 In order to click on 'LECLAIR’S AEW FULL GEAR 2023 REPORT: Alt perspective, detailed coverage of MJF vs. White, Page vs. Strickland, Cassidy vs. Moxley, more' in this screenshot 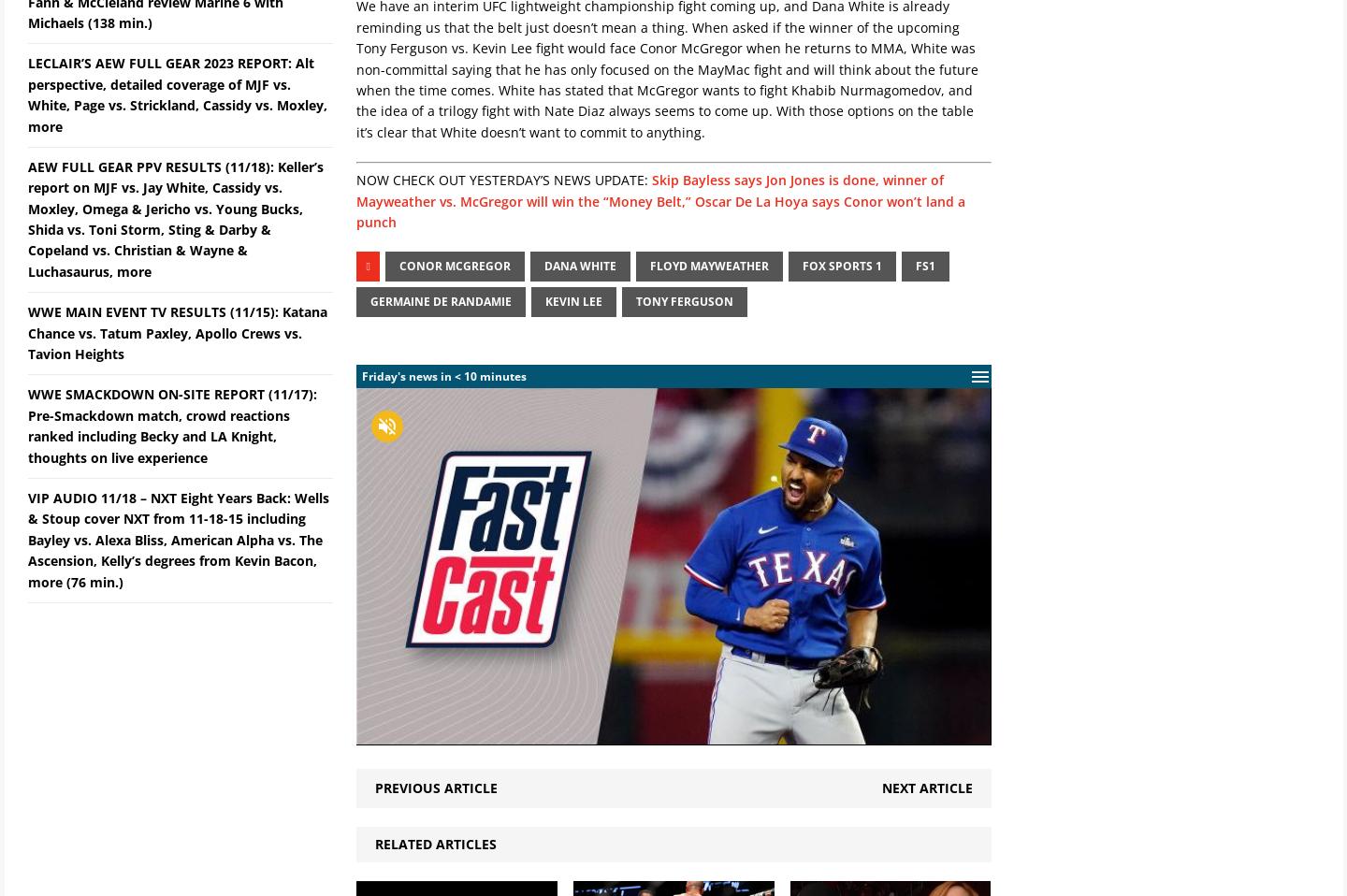, I will do `click(177, 94)`.